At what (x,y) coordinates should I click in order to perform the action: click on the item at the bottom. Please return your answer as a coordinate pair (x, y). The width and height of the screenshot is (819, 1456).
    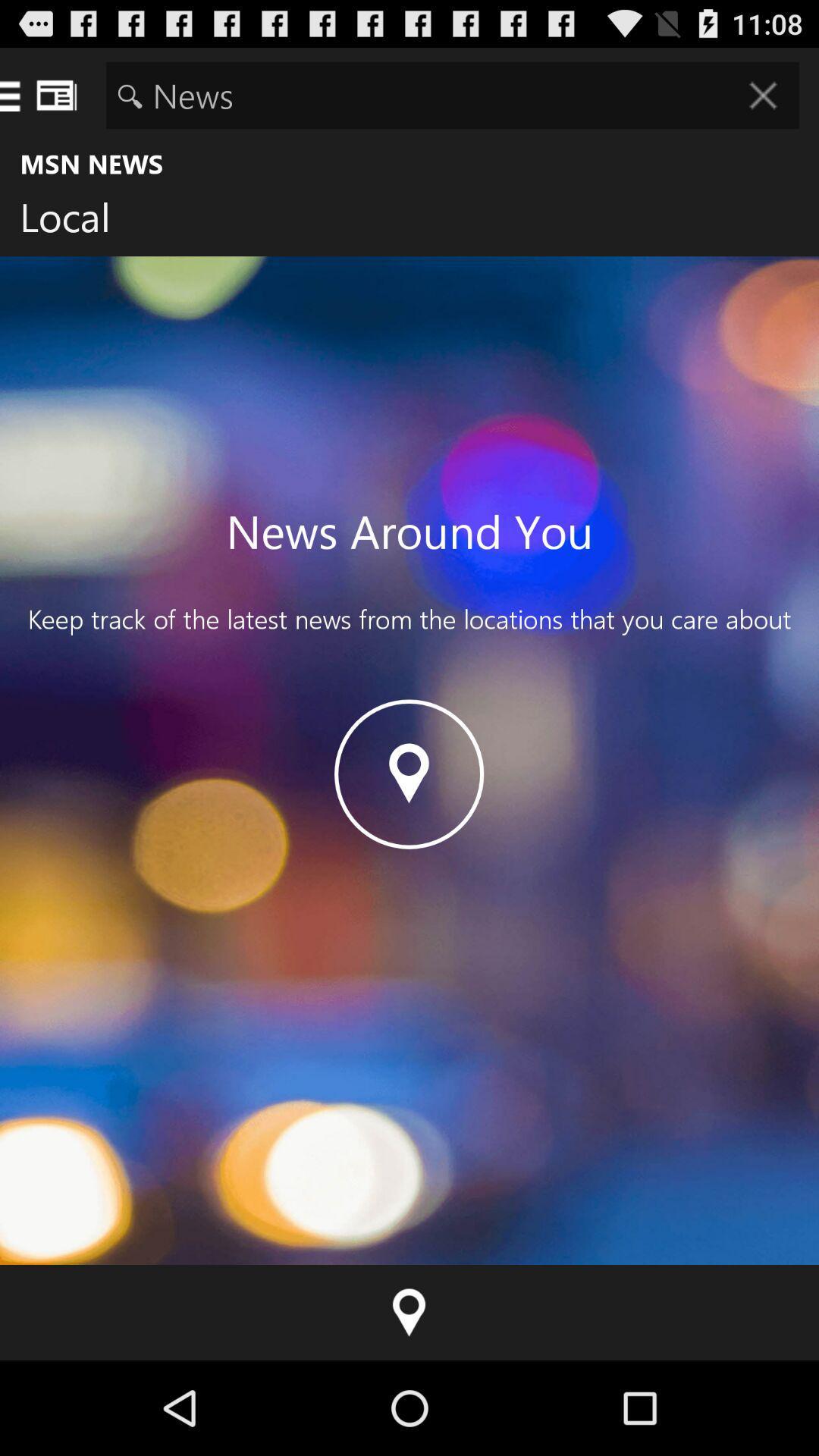
    Looking at the image, I should click on (409, 1312).